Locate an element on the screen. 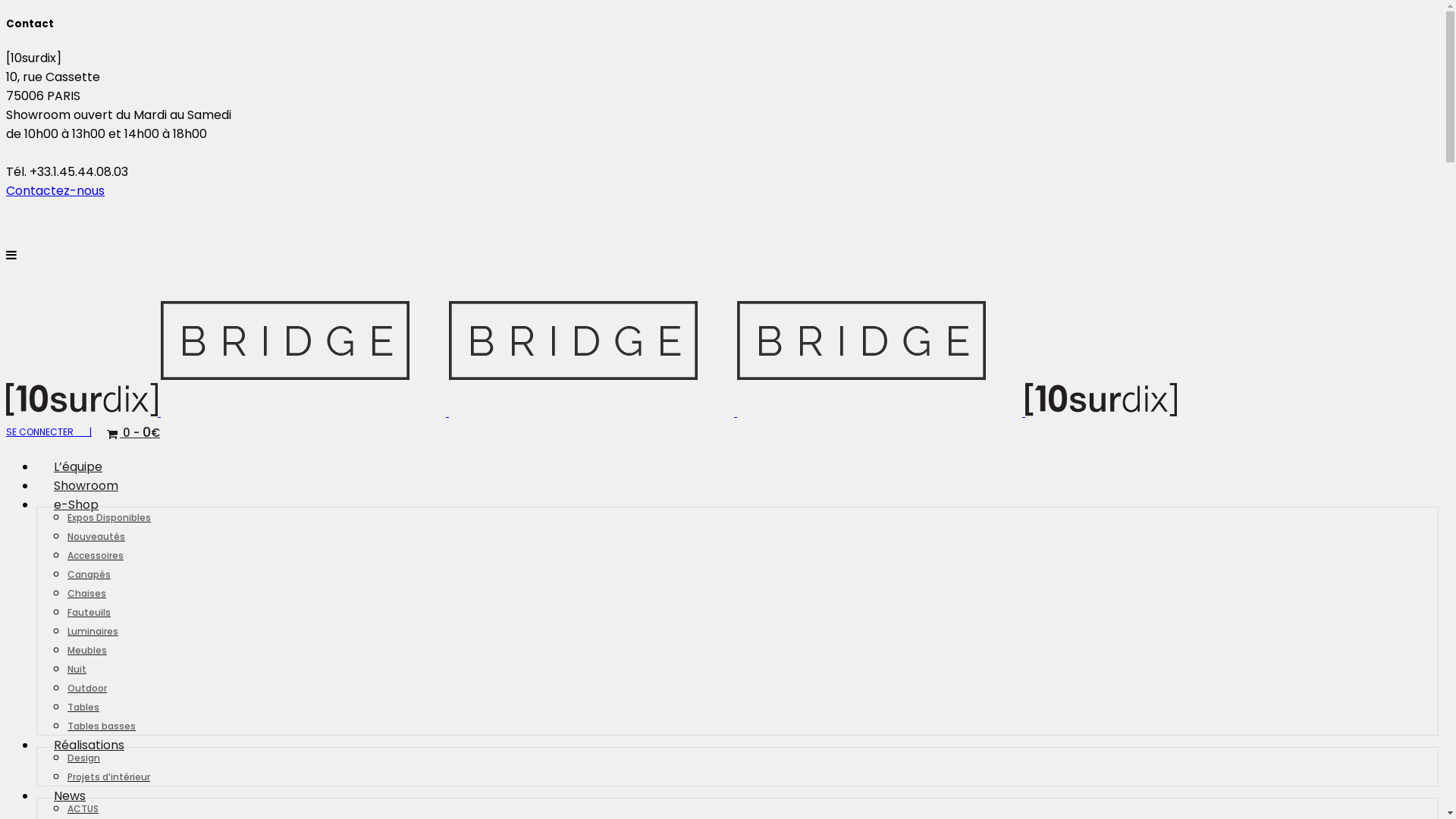  'SE CONNECTER       |' is located at coordinates (49, 431).